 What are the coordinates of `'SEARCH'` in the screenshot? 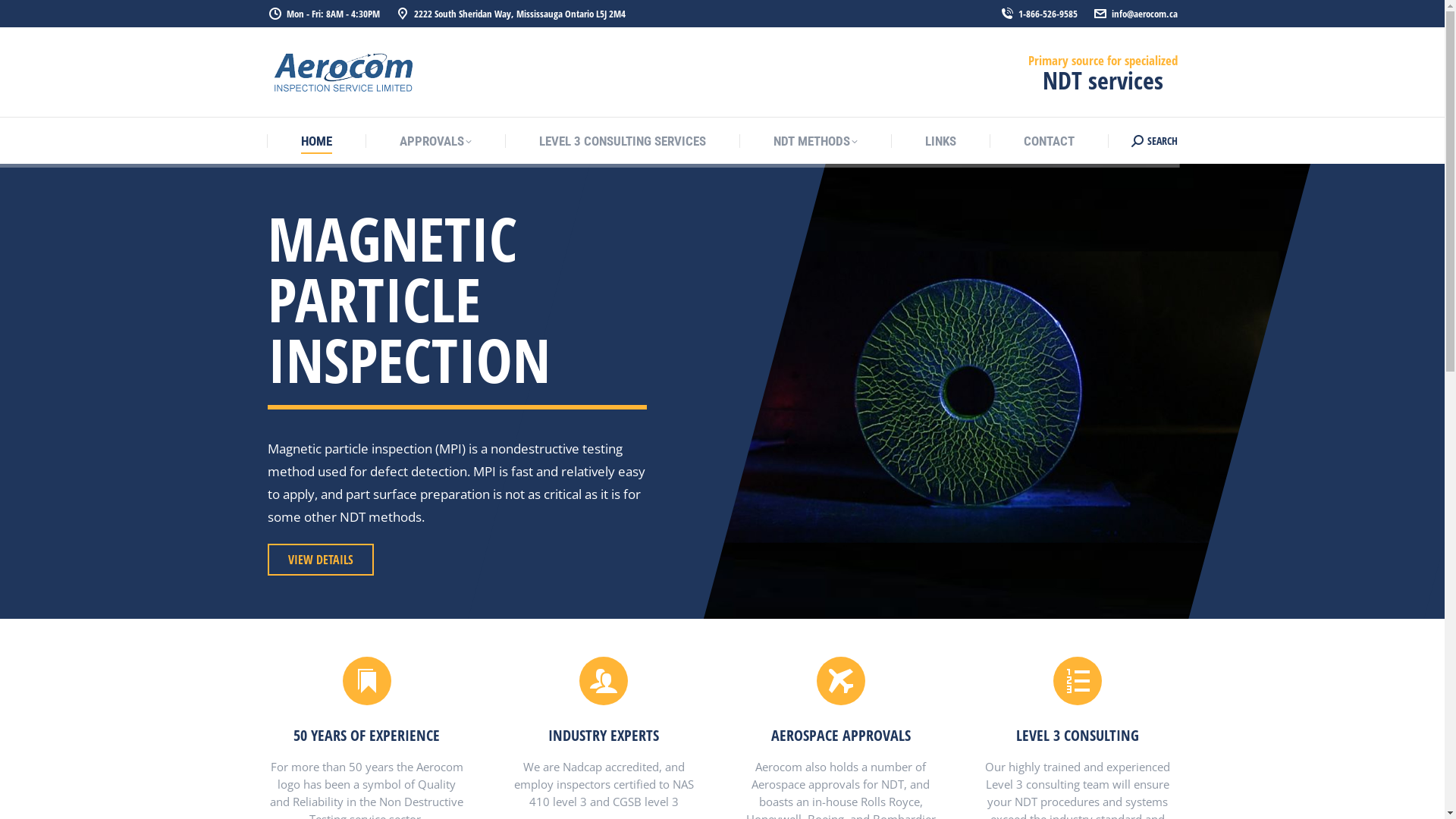 It's located at (1153, 140).